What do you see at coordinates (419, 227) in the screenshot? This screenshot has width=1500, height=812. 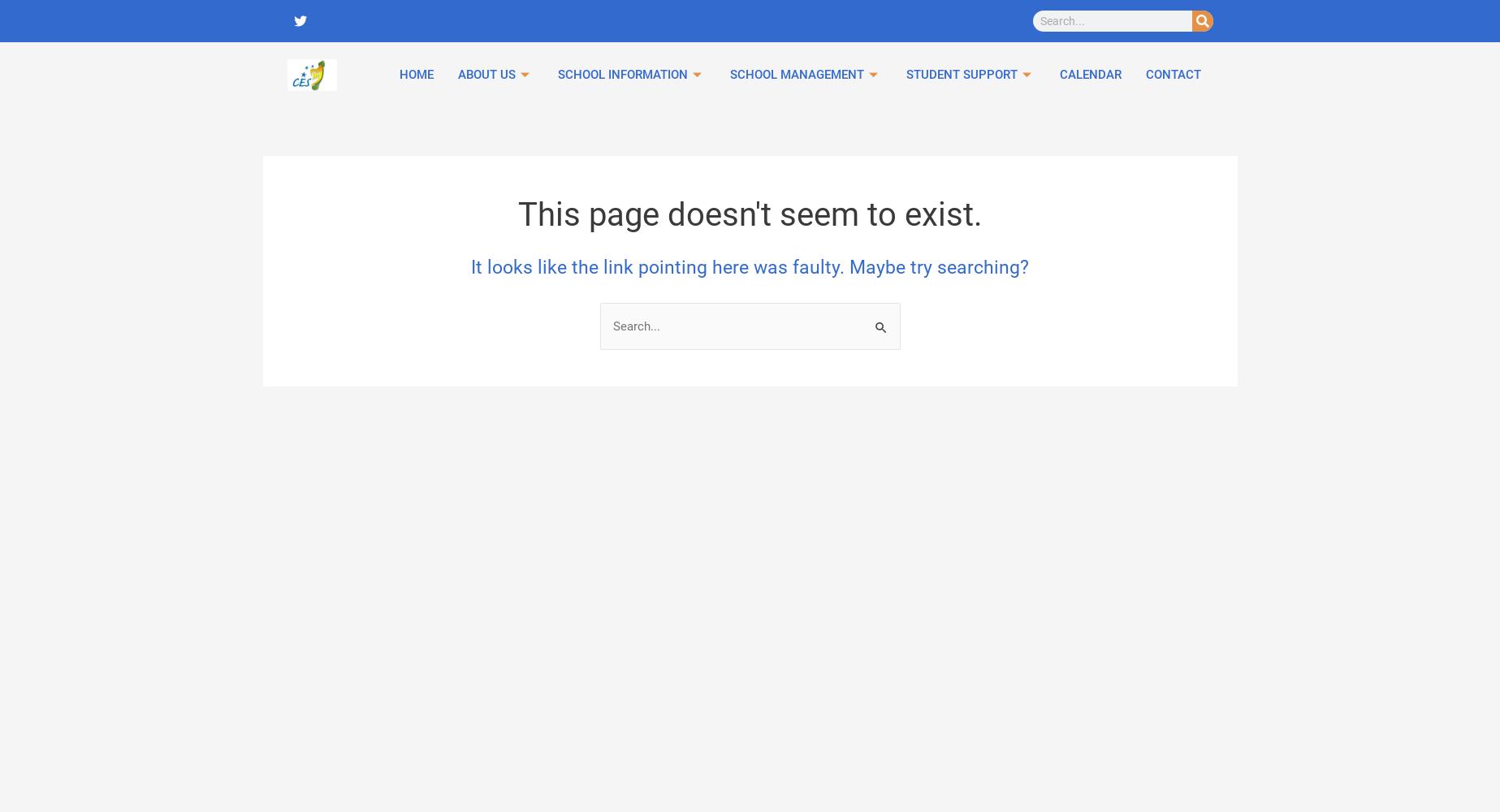 I see `'English language support primary'` at bounding box center [419, 227].